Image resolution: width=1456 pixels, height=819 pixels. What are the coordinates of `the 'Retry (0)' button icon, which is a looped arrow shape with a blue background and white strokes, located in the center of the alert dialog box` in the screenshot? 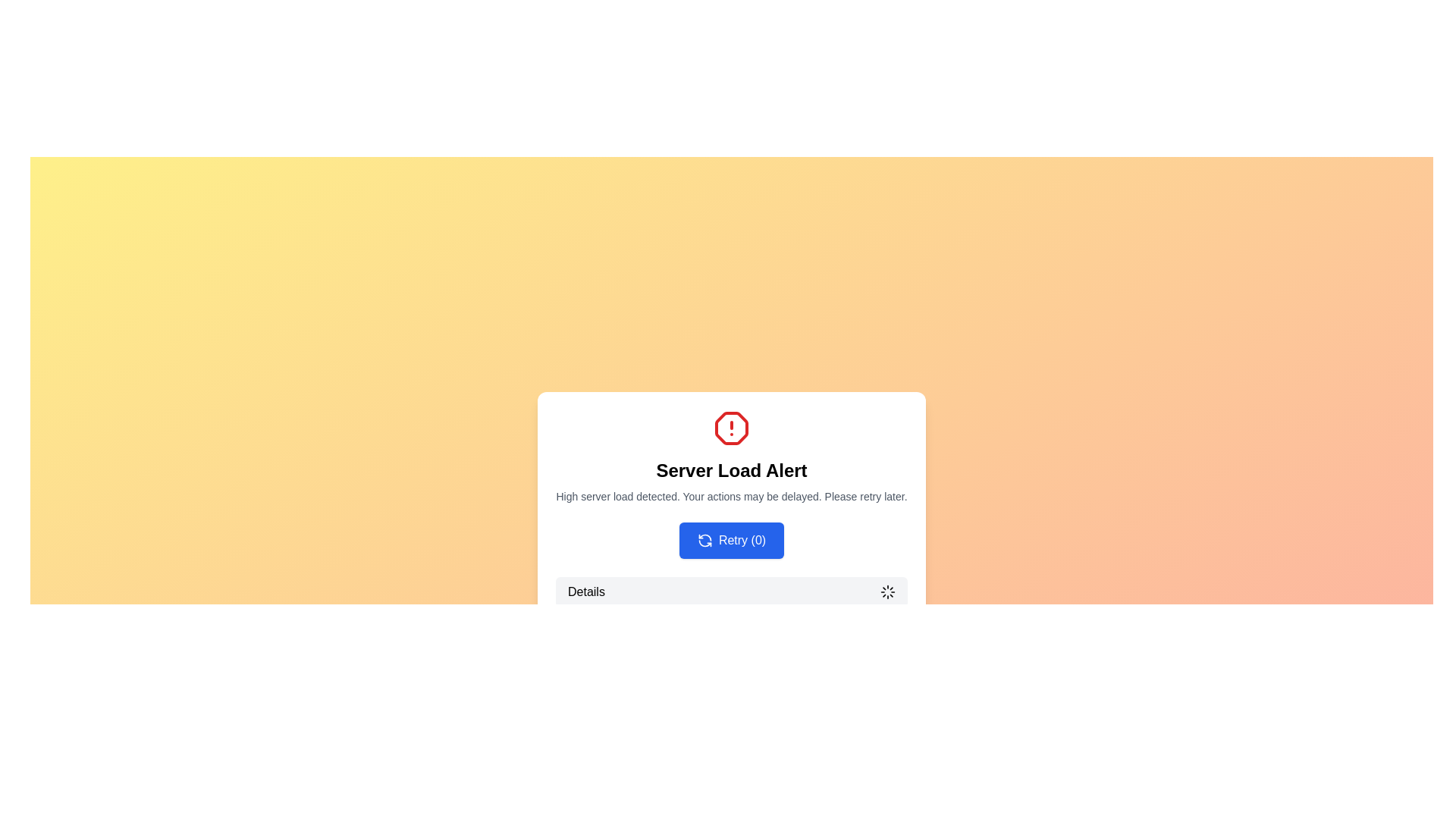 It's located at (704, 540).